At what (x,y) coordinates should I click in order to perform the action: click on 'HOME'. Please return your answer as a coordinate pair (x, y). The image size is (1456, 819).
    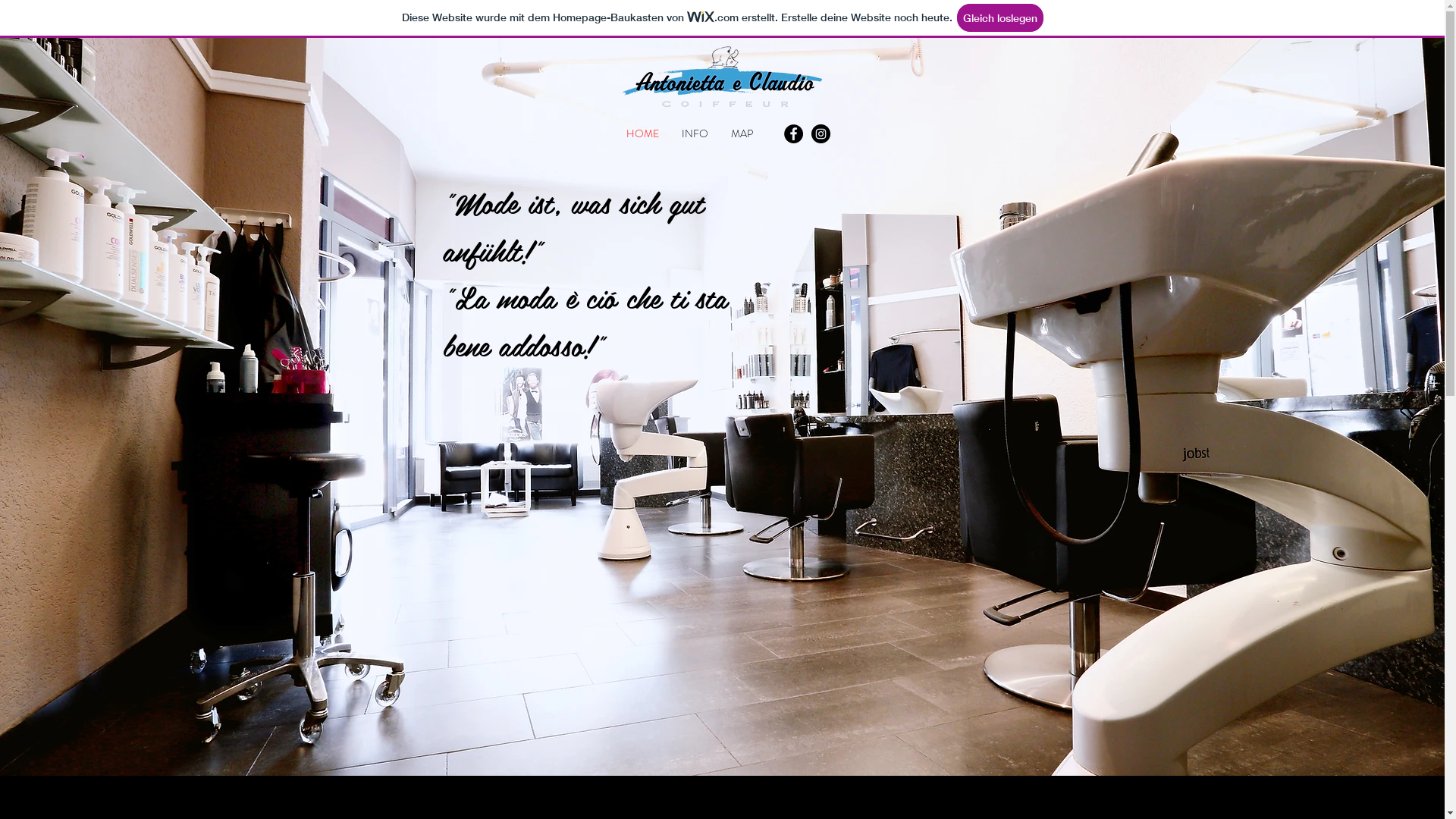
    Looking at the image, I should click on (642, 133).